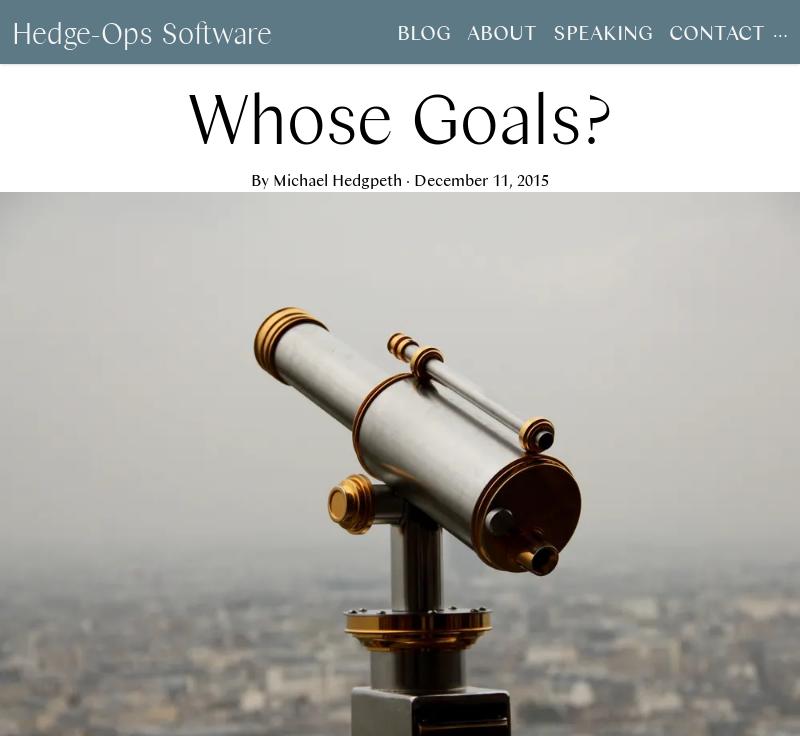  I want to click on '...', so click(779, 30).